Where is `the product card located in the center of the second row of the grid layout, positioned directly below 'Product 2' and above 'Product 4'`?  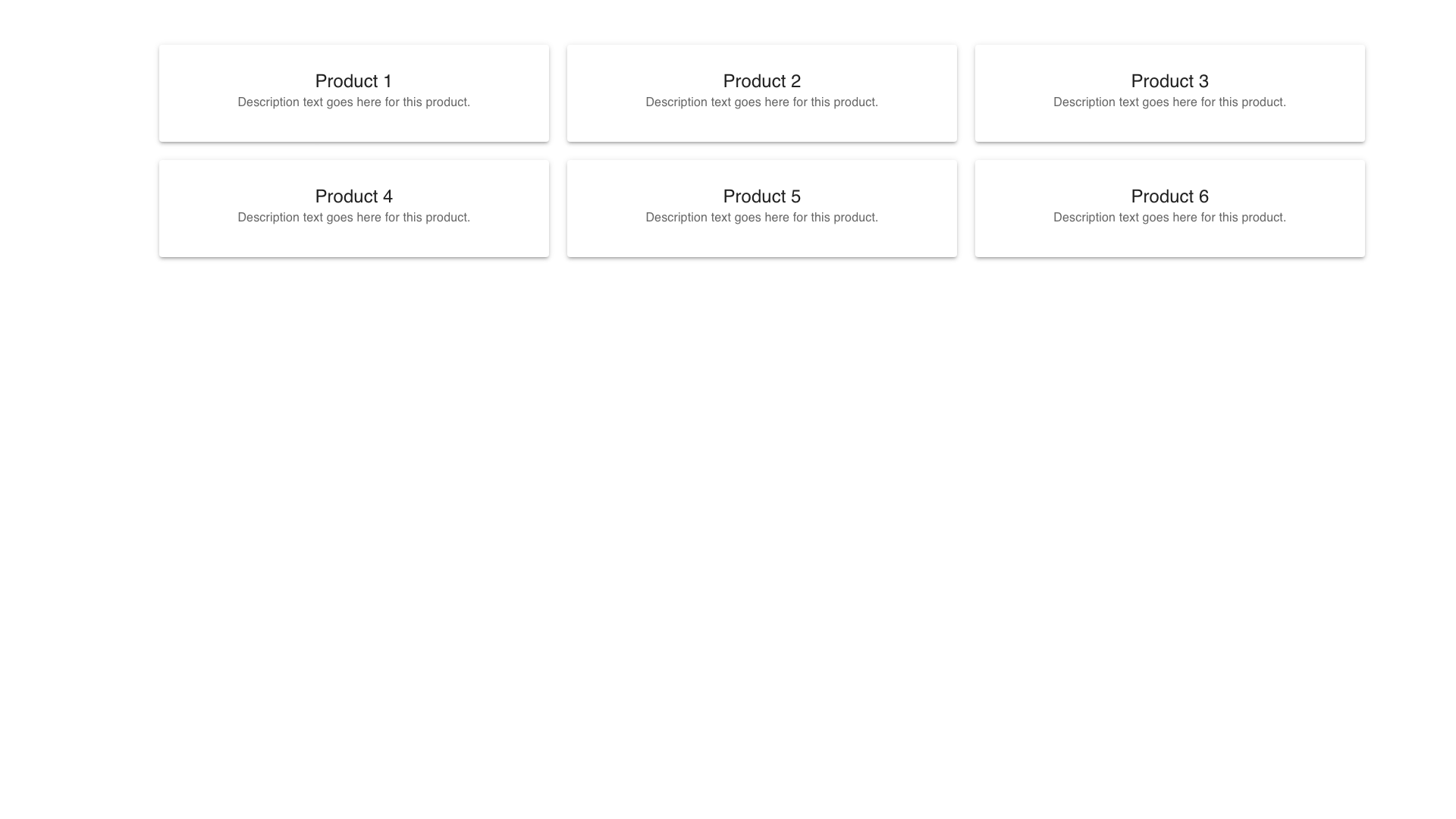
the product card located in the center of the second row of the grid layout, positioned directly below 'Product 2' and above 'Product 4' is located at coordinates (761, 208).